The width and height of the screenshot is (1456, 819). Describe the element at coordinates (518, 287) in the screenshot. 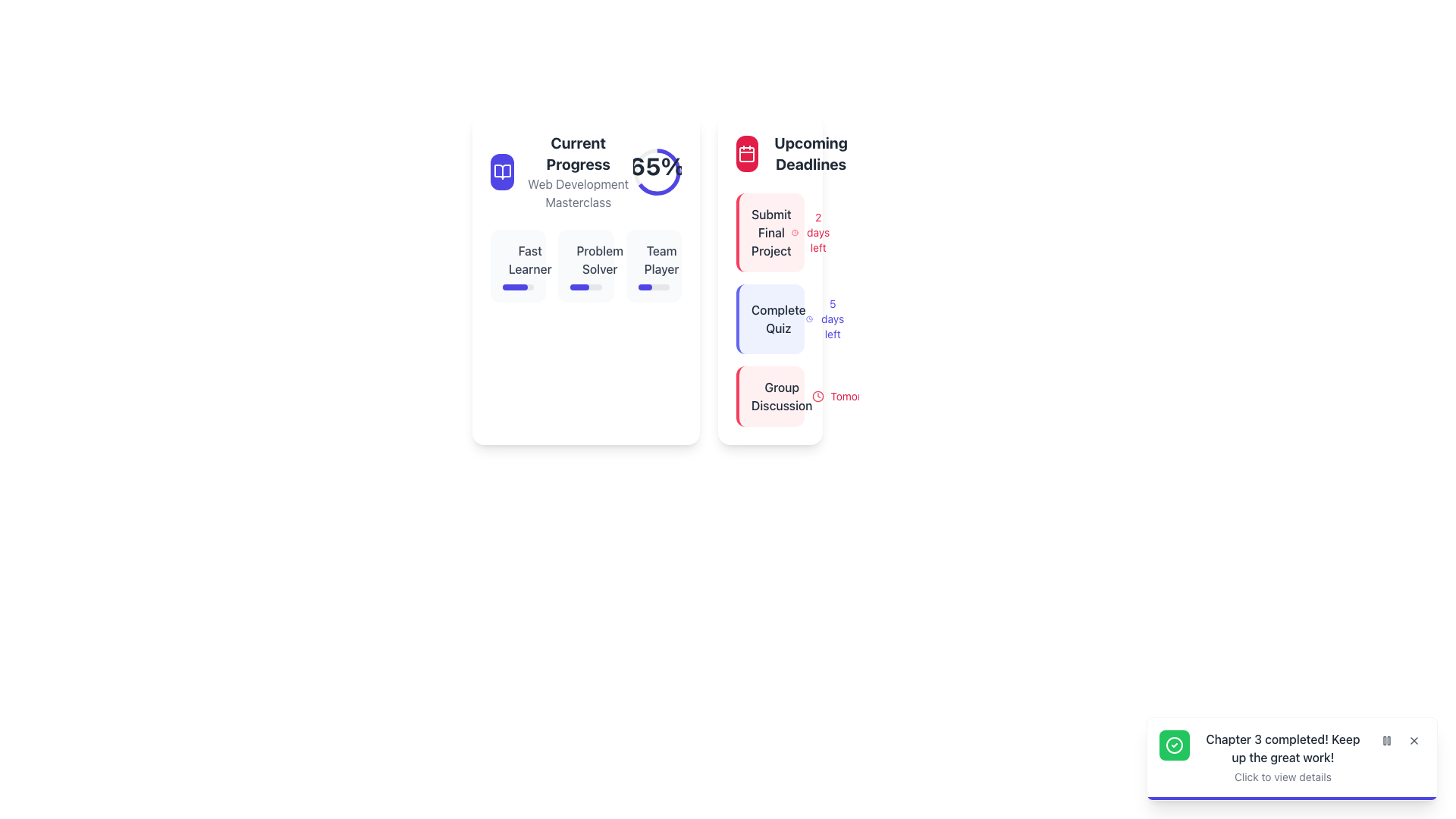

I see `the progress bar indicating the completion percentage for the "Fast Learner" category located below the label "Fast Learner" in the left panel under the "Current Progress" heading` at that location.